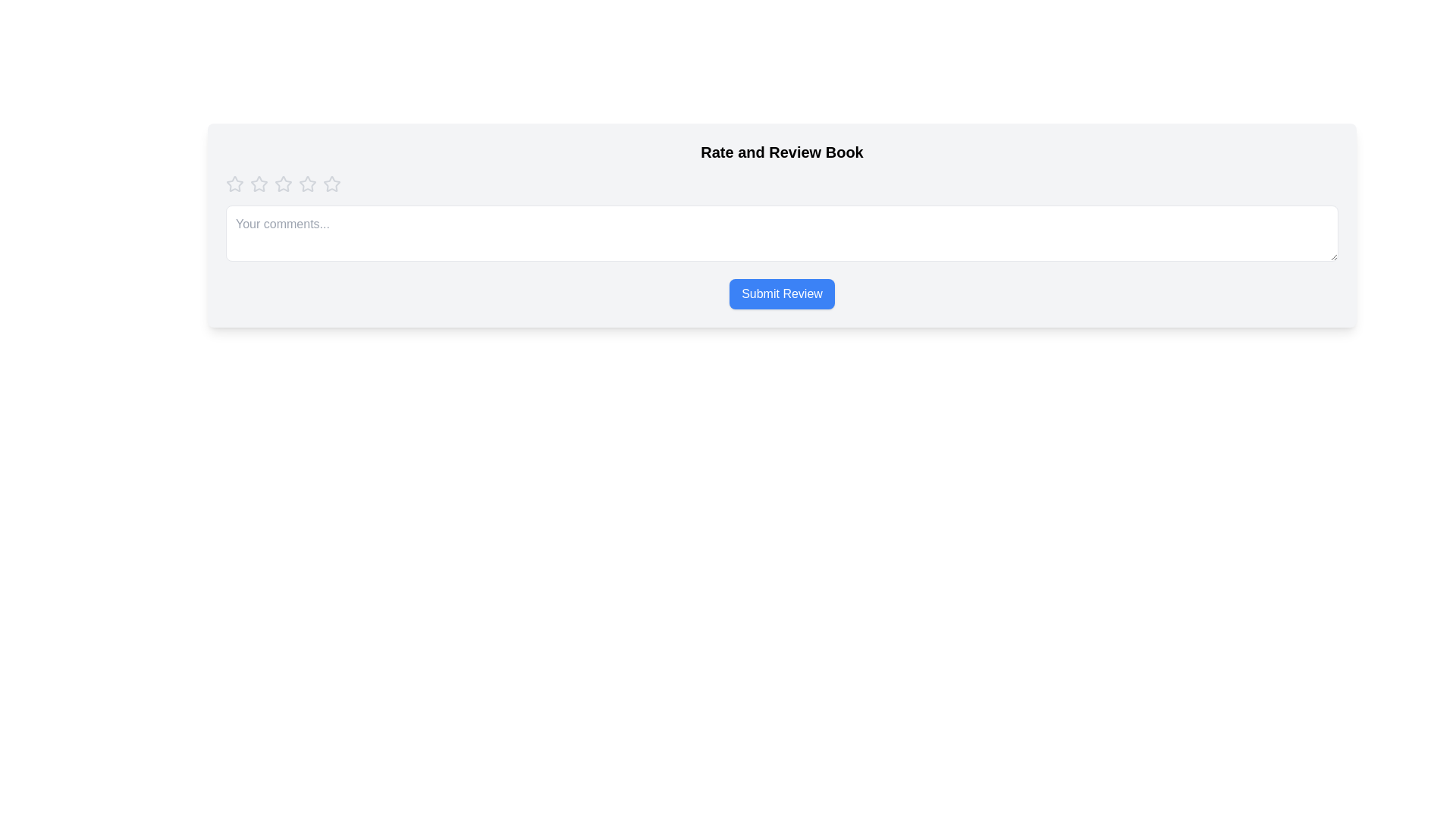 This screenshot has height=819, width=1456. What do you see at coordinates (782, 234) in the screenshot?
I see `the text area and type a comment` at bounding box center [782, 234].